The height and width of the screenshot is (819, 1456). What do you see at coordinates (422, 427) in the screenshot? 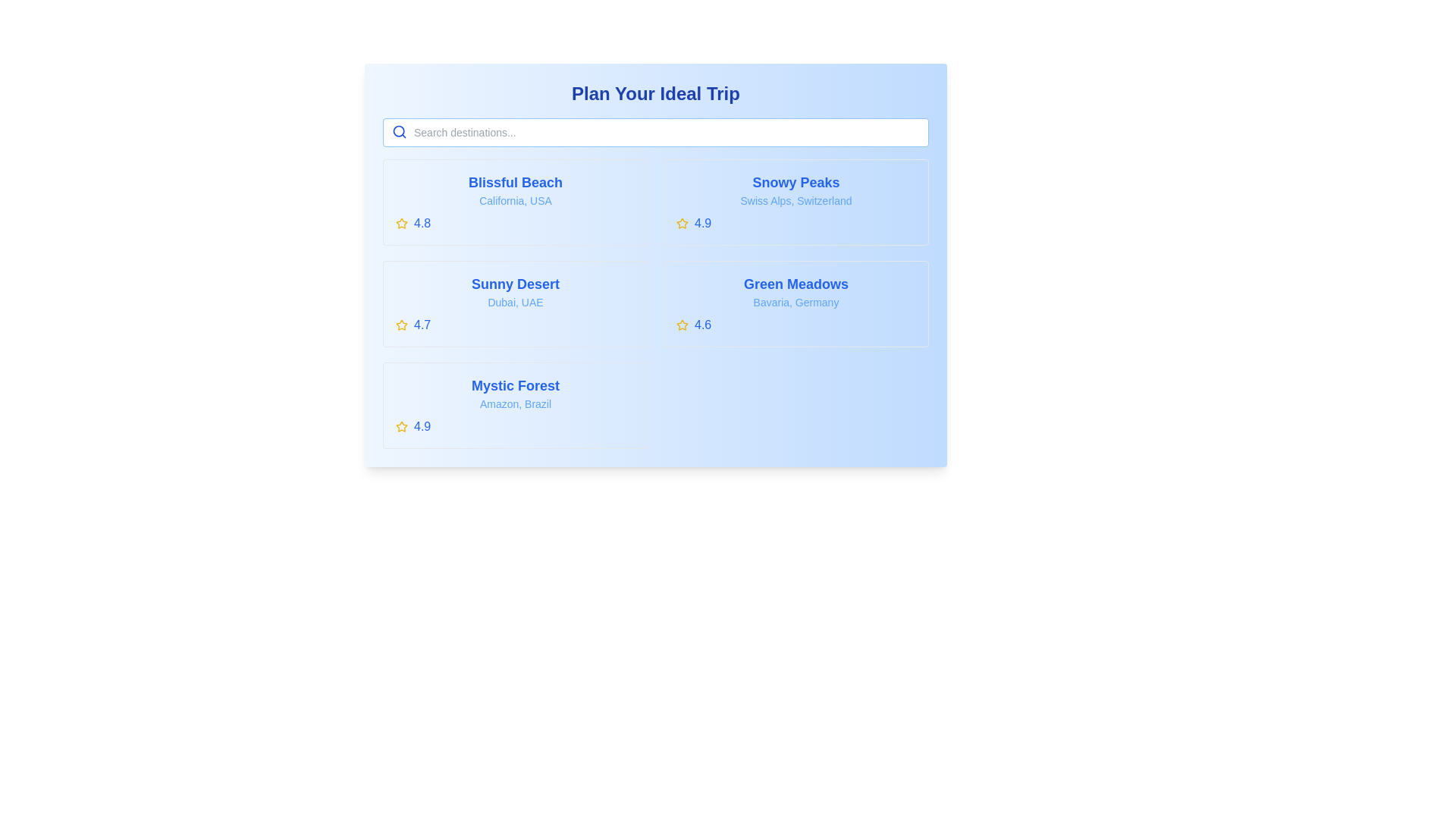
I see `the text label displaying the rating score '4.9', which is styled in blue and positioned to the right of a yellow star icon within the 'Mystic Forest' entry` at bounding box center [422, 427].